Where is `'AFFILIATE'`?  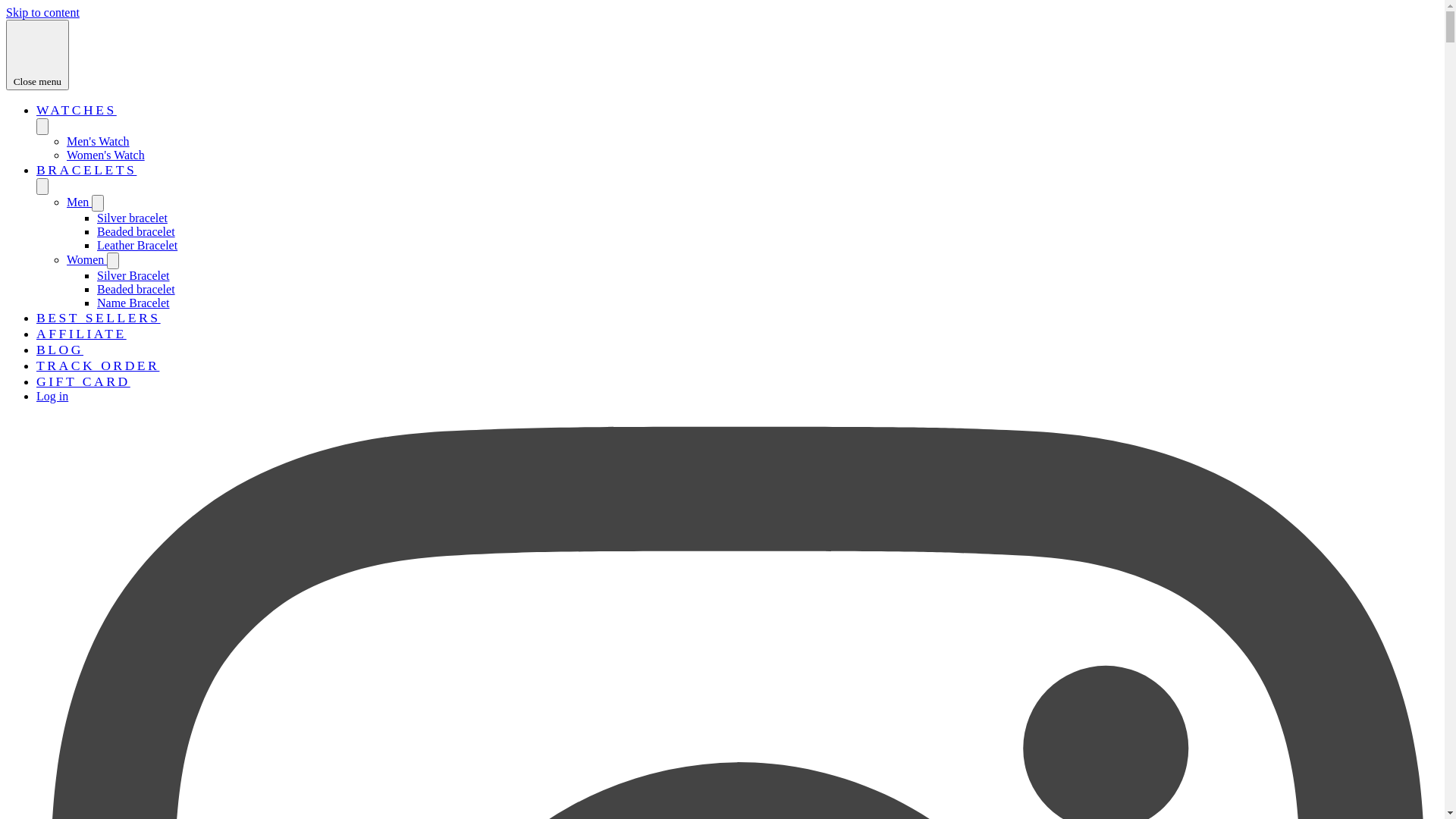 'AFFILIATE' is located at coordinates (80, 332).